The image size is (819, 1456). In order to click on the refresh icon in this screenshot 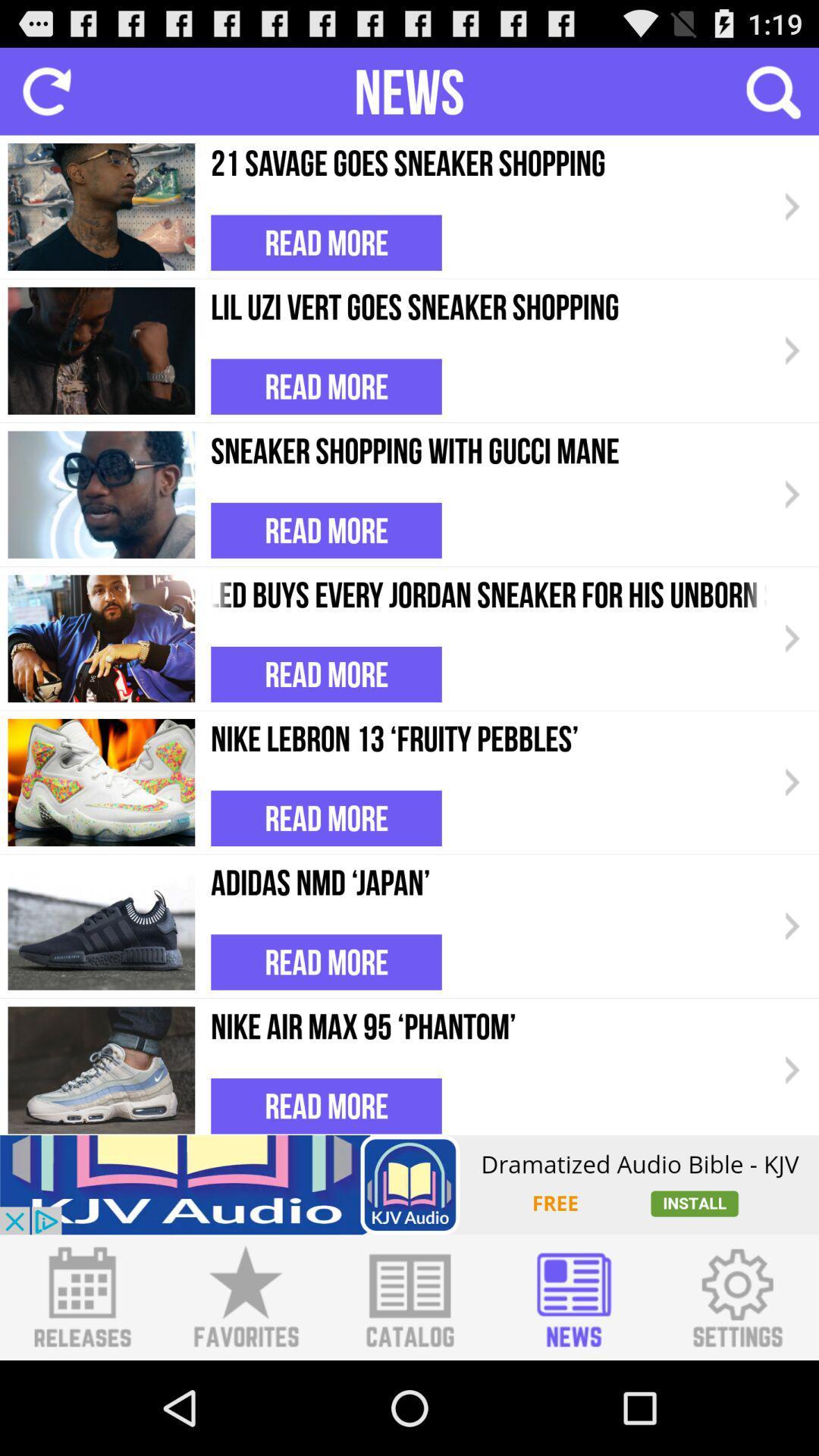, I will do `click(45, 97)`.